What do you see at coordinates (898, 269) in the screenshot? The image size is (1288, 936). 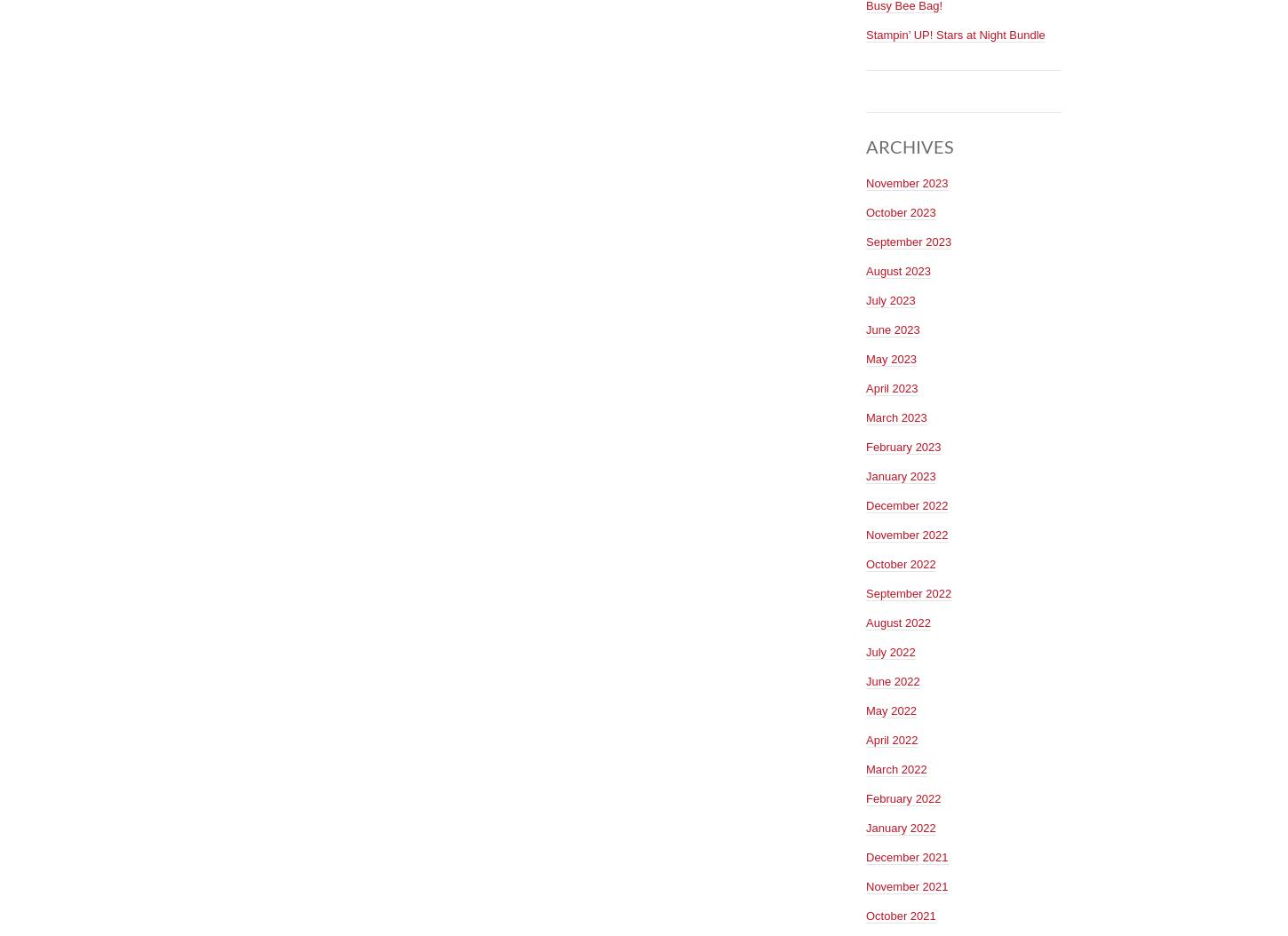 I see `'August 2023'` at bounding box center [898, 269].